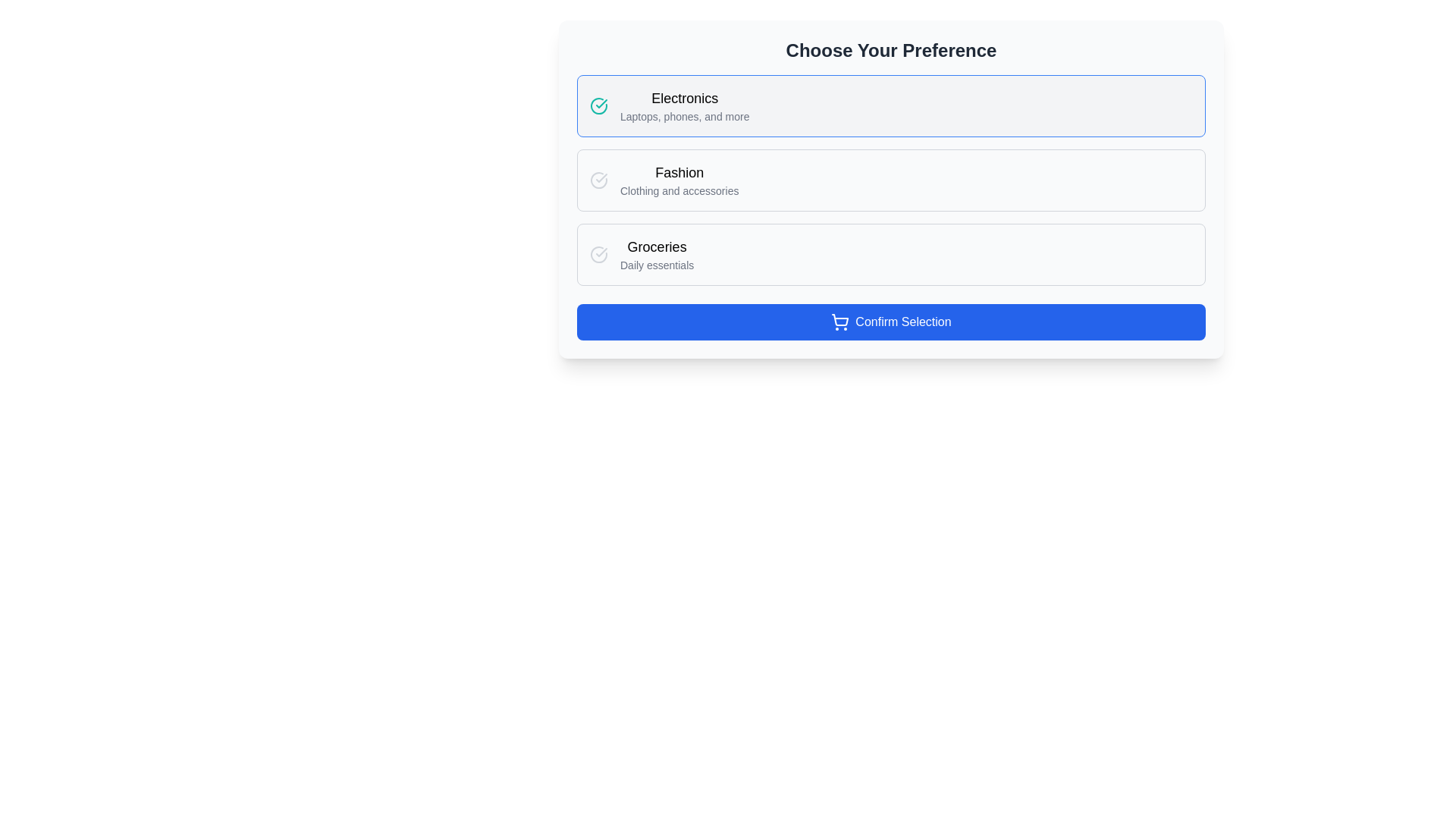  What do you see at coordinates (684, 105) in the screenshot?
I see `the Label with descriptive text element that contains 'Electronics' and is styled in a larger, bold font, located above the 'Fashion' option` at bounding box center [684, 105].